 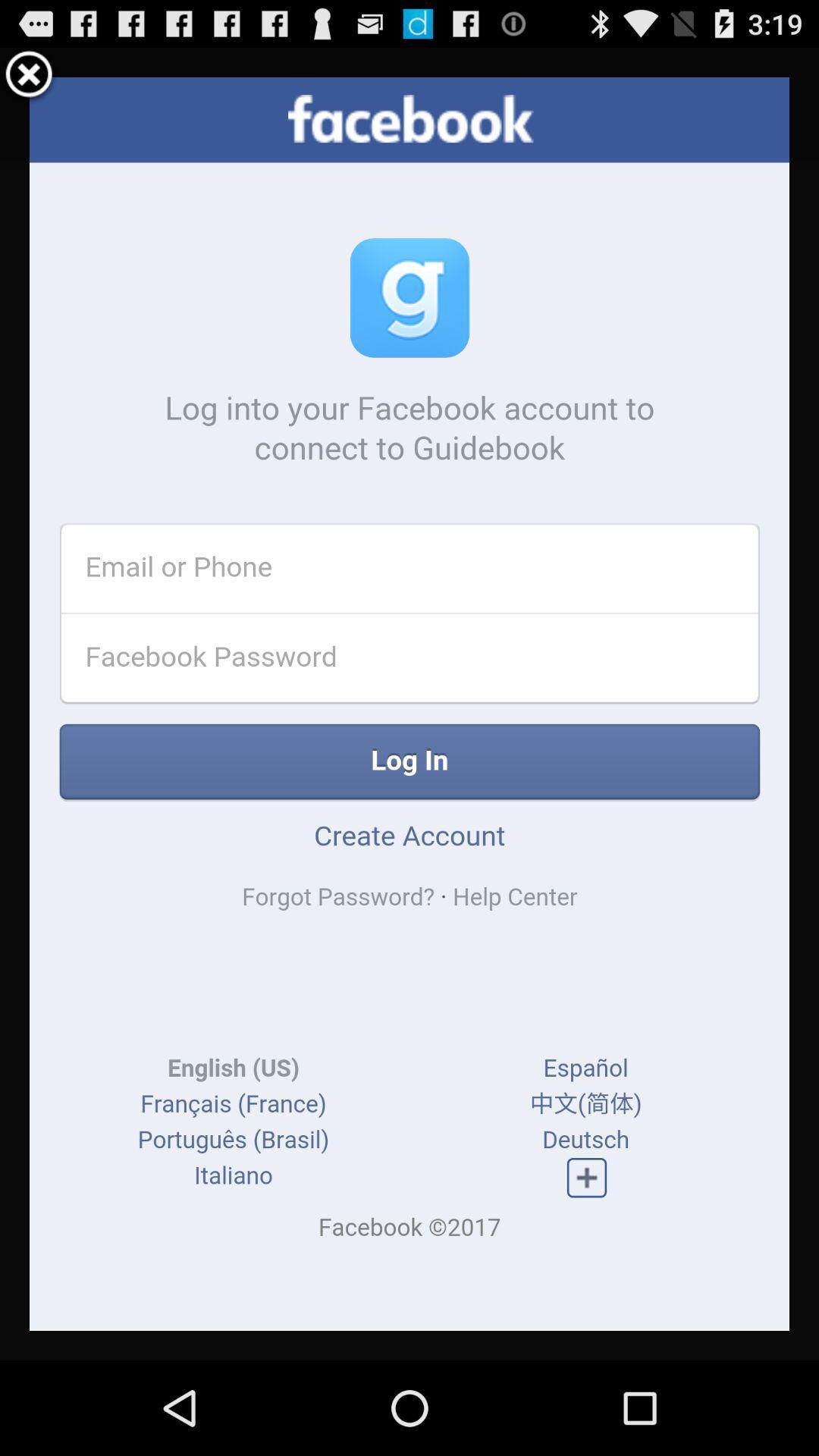 What do you see at coordinates (409, 703) in the screenshot?
I see `display screen` at bounding box center [409, 703].